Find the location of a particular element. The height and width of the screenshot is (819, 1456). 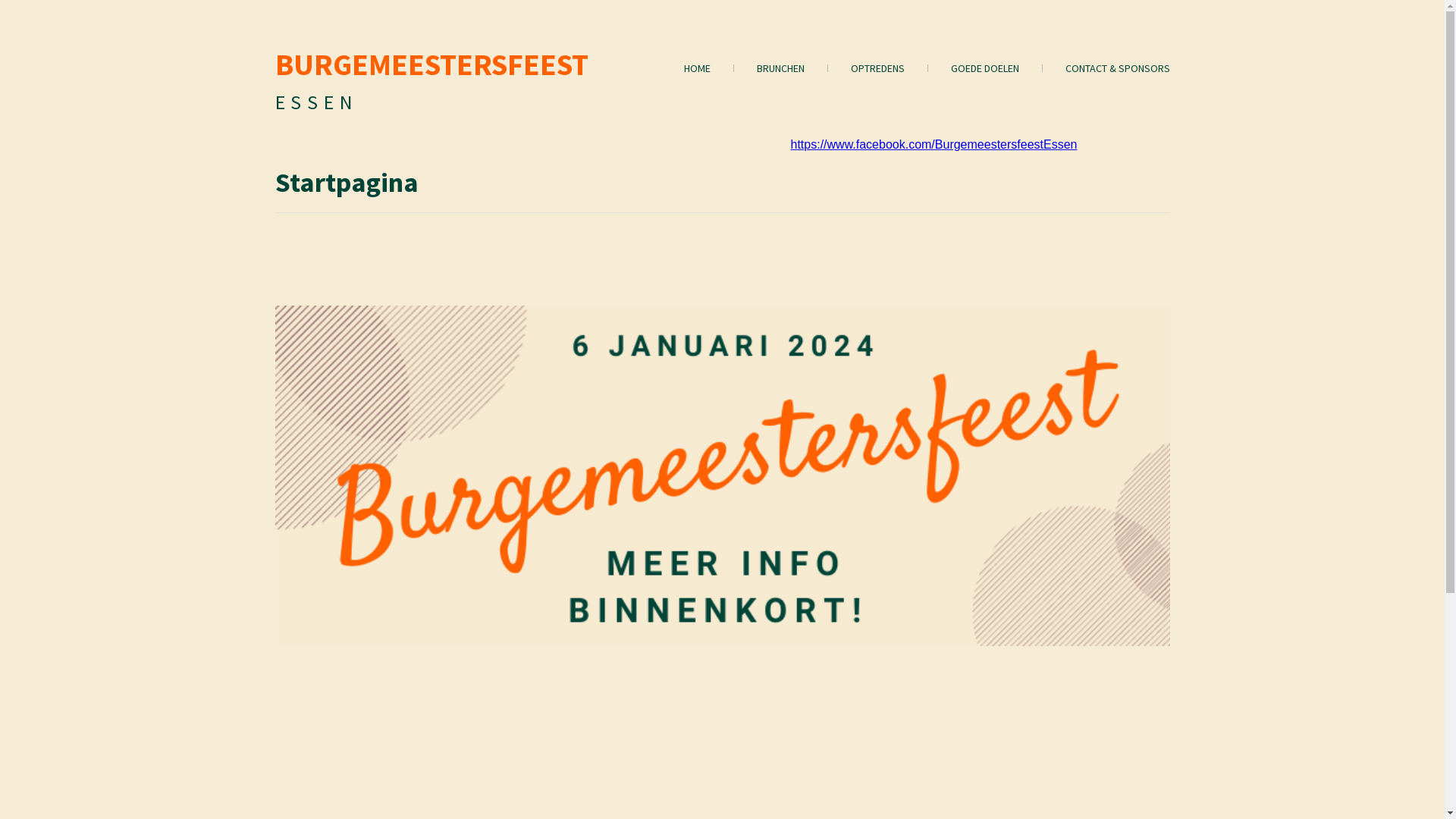

'OPTREDENS' is located at coordinates (866, 67).